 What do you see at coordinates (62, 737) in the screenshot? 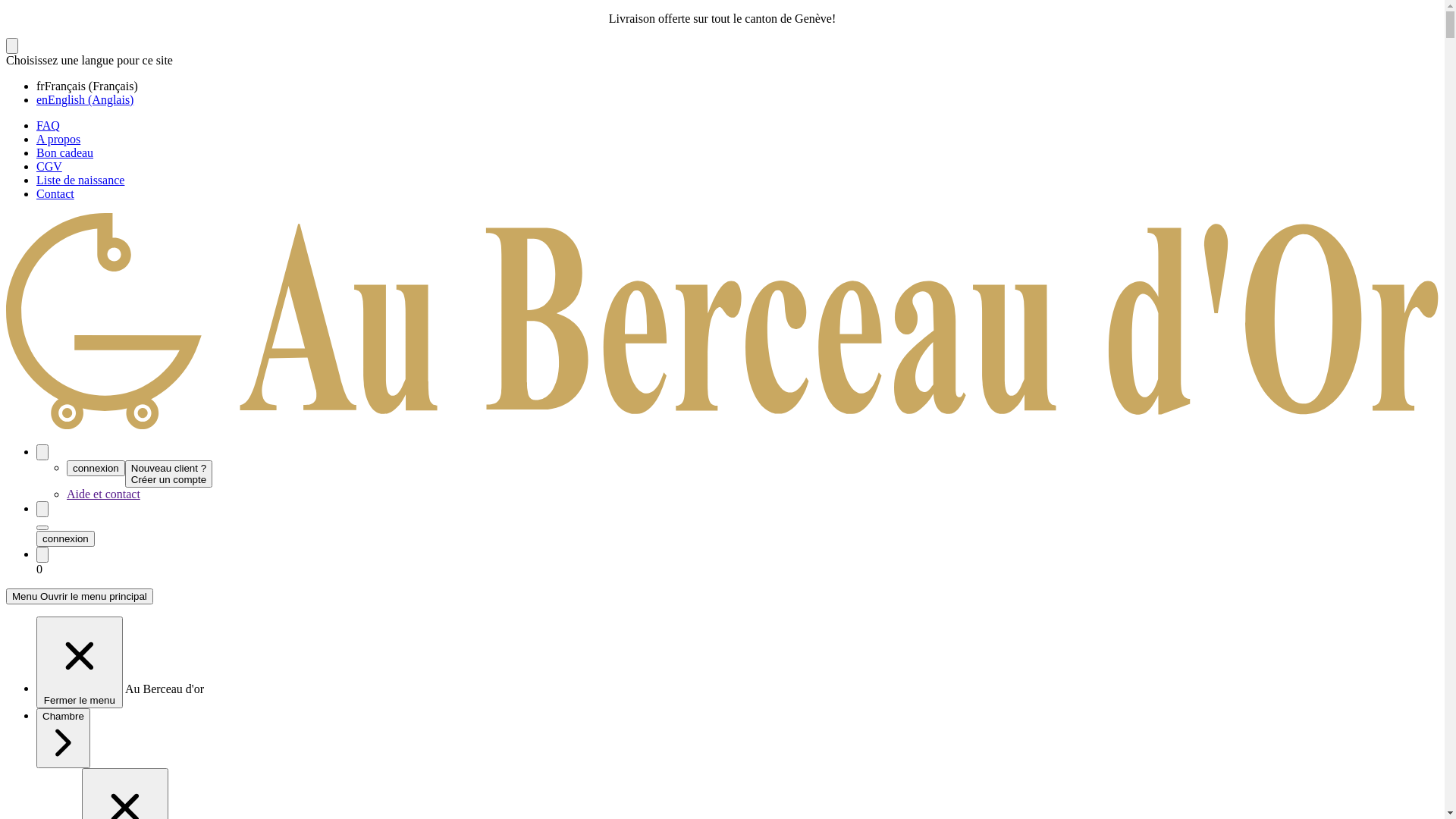
I see `'Chambre'` at bounding box center [62, 737].